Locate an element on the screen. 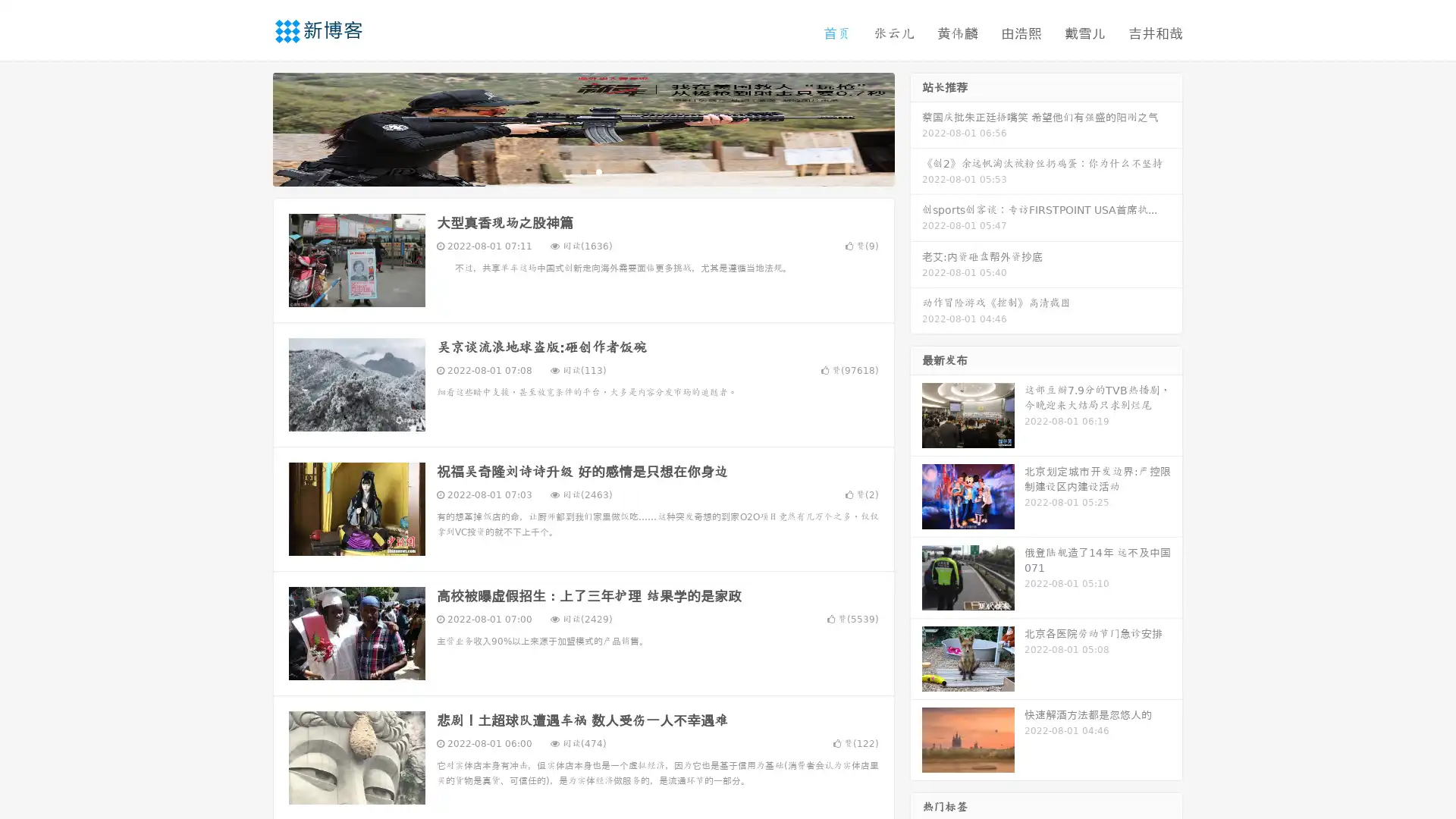 The width and height of the screenshot is (1456, 819). Go to slide 2 is located at coordinates (582, 171).